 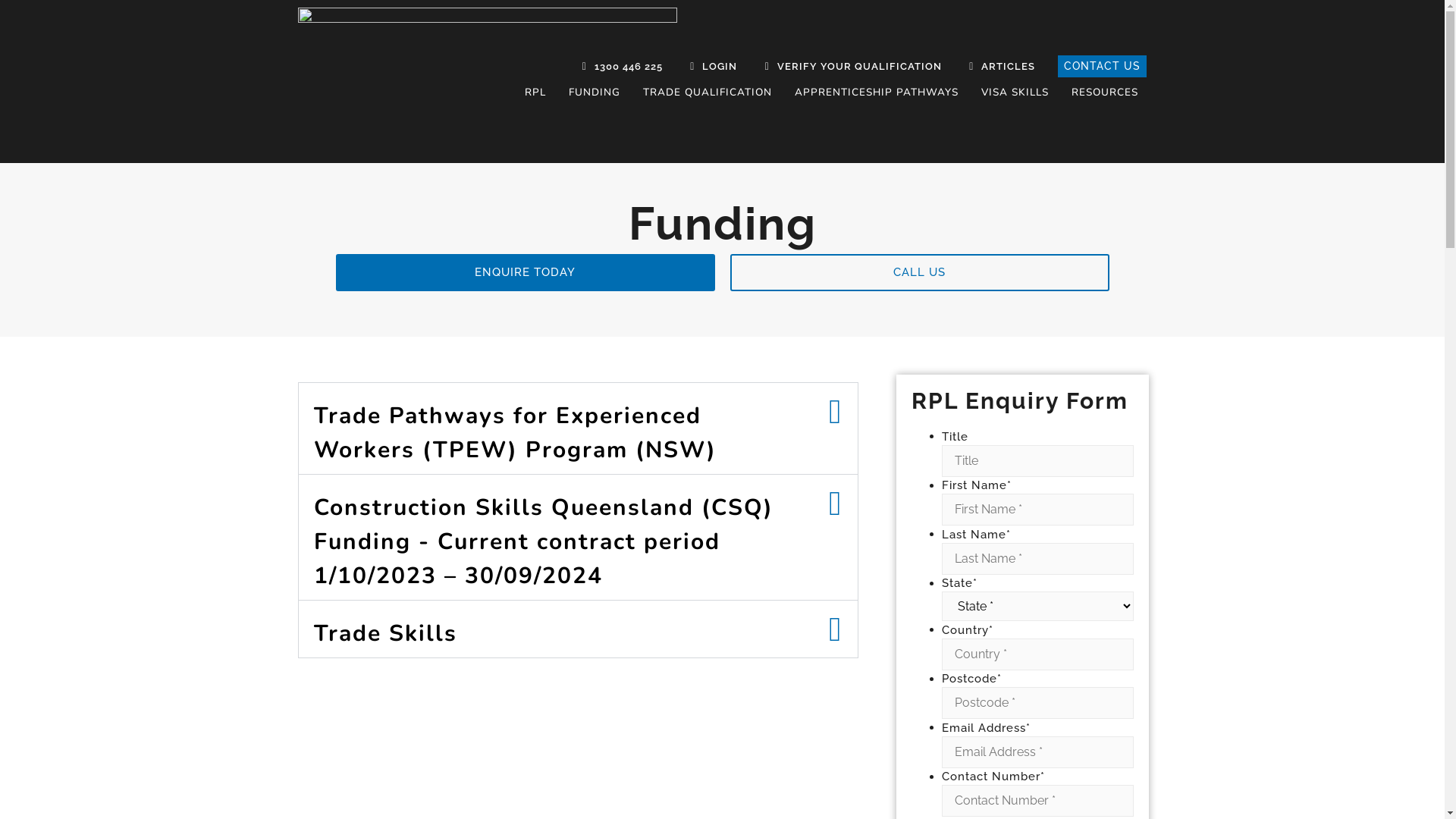 What do you see at coordinates (1105, 93) in the screenshot?
I see `'RESOURCES'` at bounding box center [1105, 93].